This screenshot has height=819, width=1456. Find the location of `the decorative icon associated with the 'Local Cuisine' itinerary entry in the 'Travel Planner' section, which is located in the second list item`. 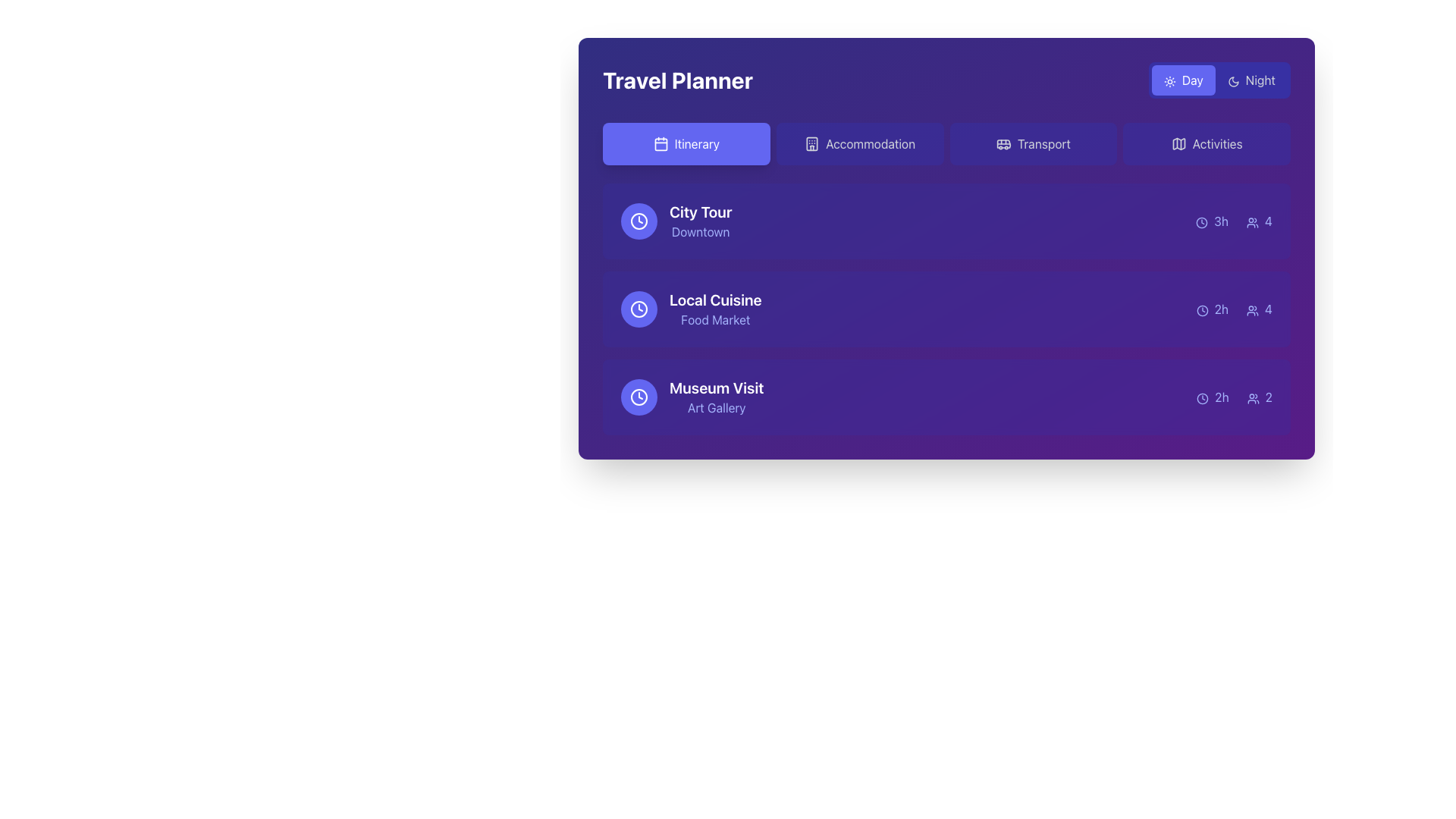

the decorative icon associated with the 'Local Cuisine' itinerary entry in the 'Travel Planner' section, which is located in the second list item is located at coordinates (639, 309).